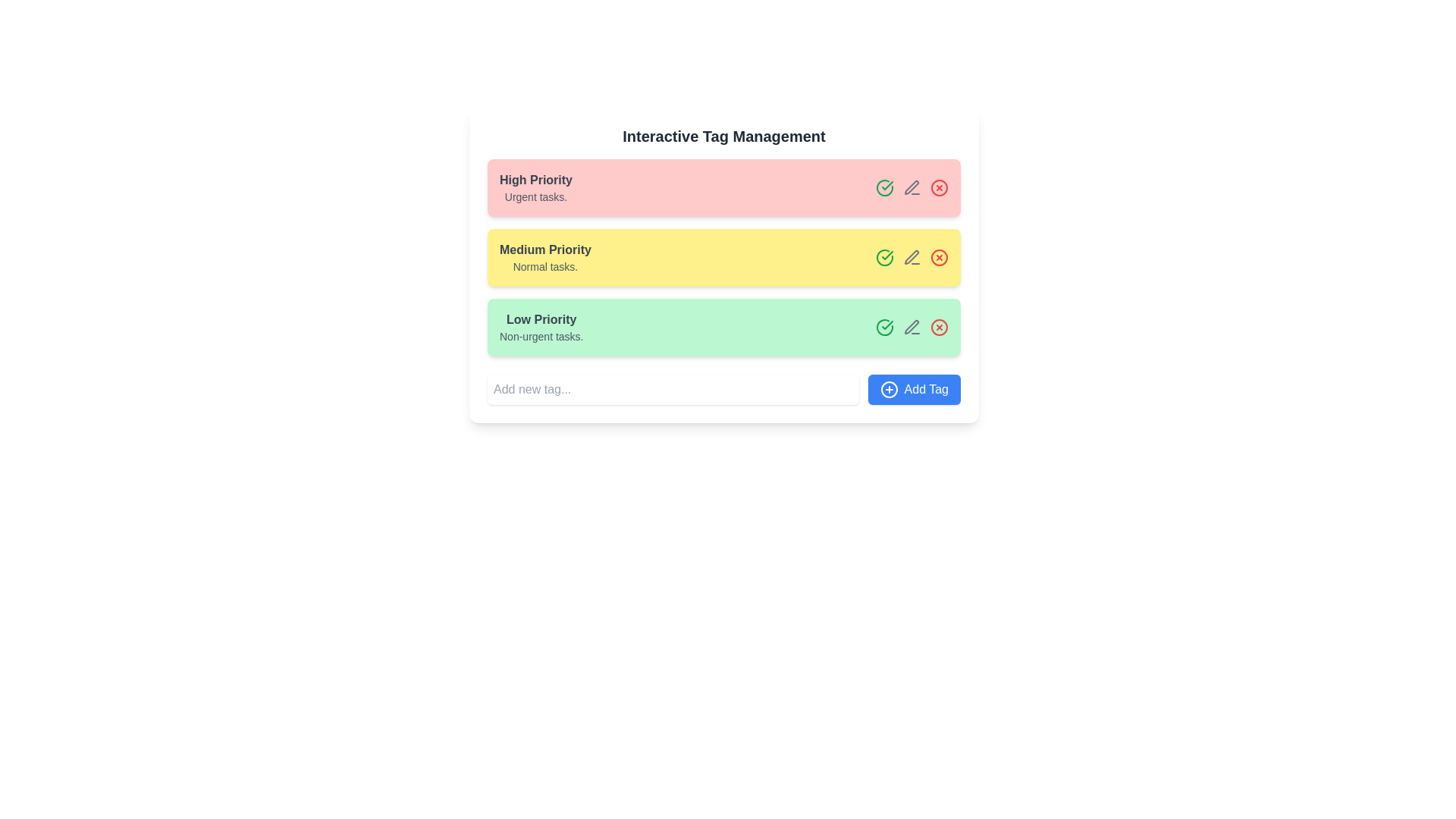  I want to click on the text label displaying 'Normal tasks.' which is styled in small gray font and located below the 'Medium Priority' text within a yellow background box, so click(545, 265).